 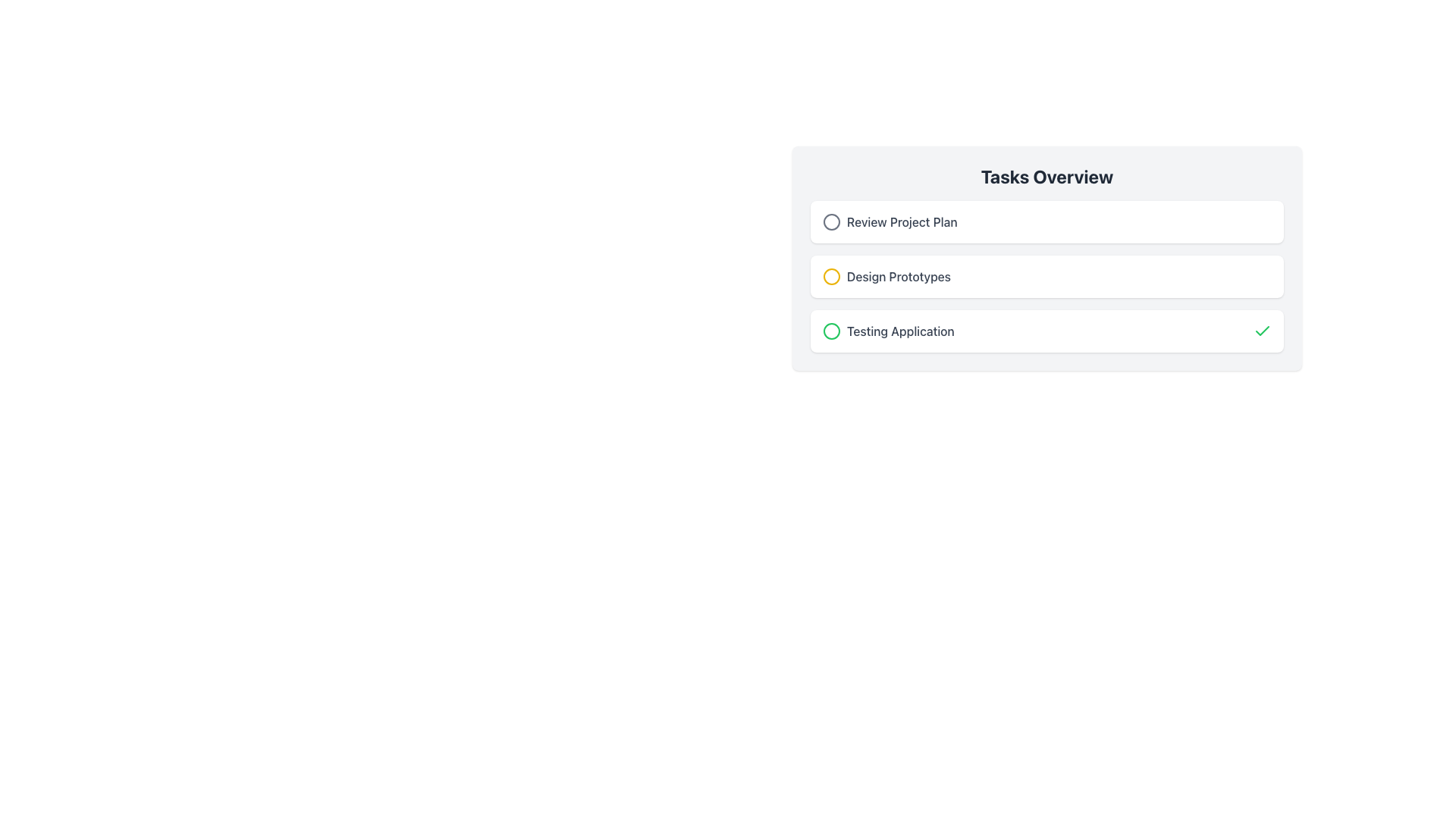 I want to click on the first task item in the 'Tasks Overview' section, which signifies a task to be performed or reviewed, so click(x=1046, y=222).